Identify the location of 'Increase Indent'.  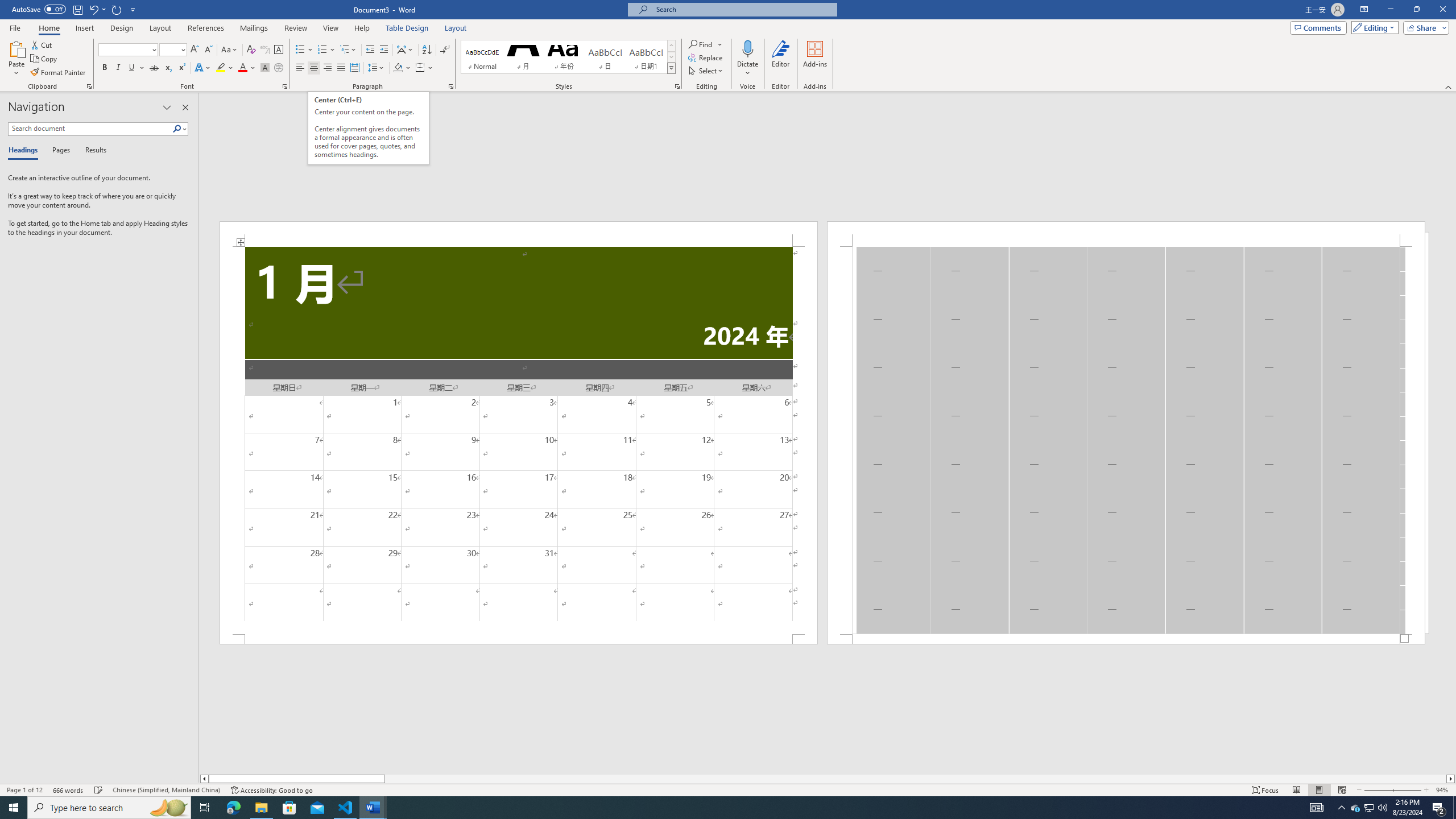
(383, 49).